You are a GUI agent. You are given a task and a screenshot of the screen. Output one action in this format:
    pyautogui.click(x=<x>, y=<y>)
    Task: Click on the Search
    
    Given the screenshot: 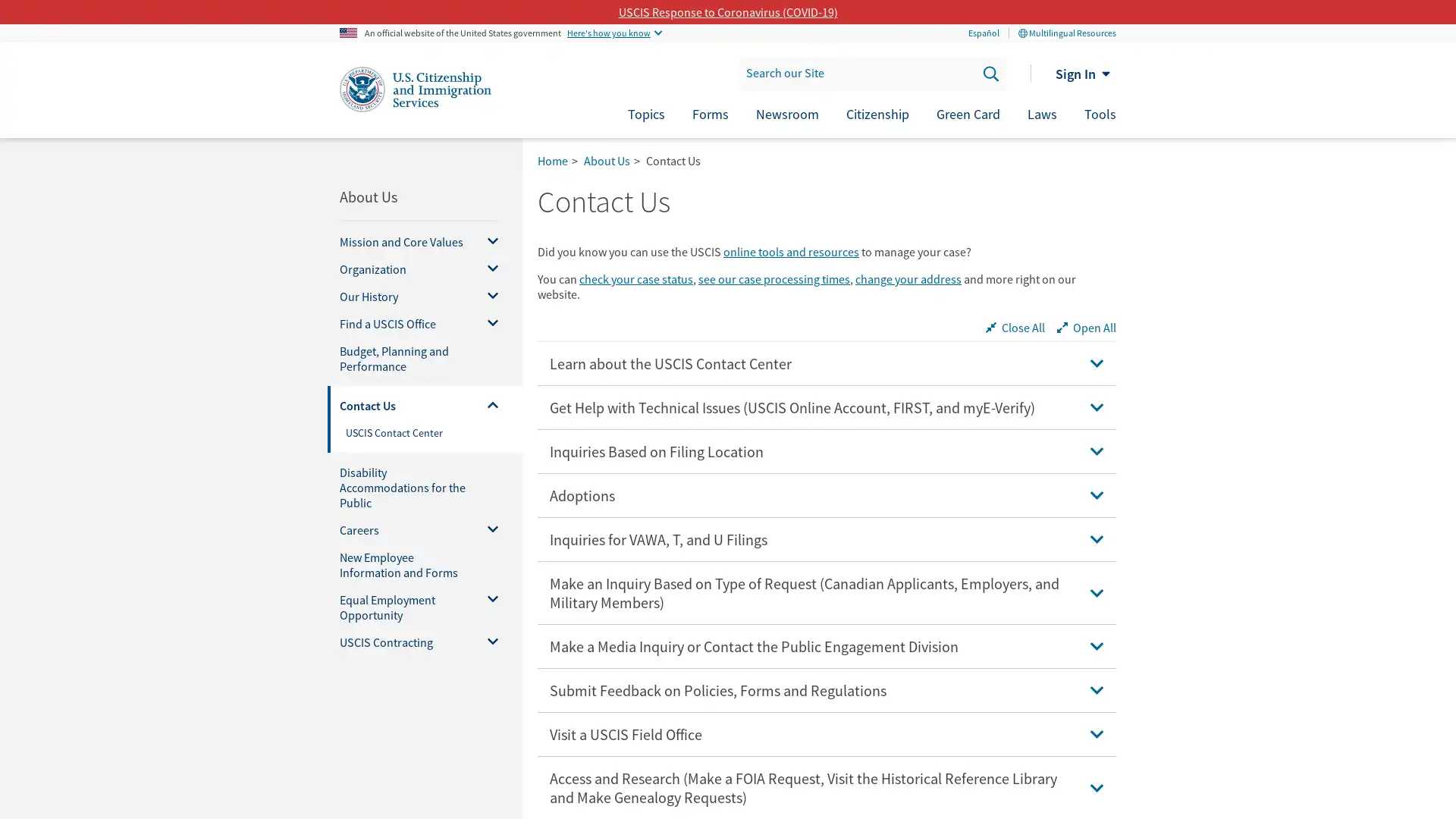 What is the action you would take?
    pyautogui.click(x=990, y=73)
    